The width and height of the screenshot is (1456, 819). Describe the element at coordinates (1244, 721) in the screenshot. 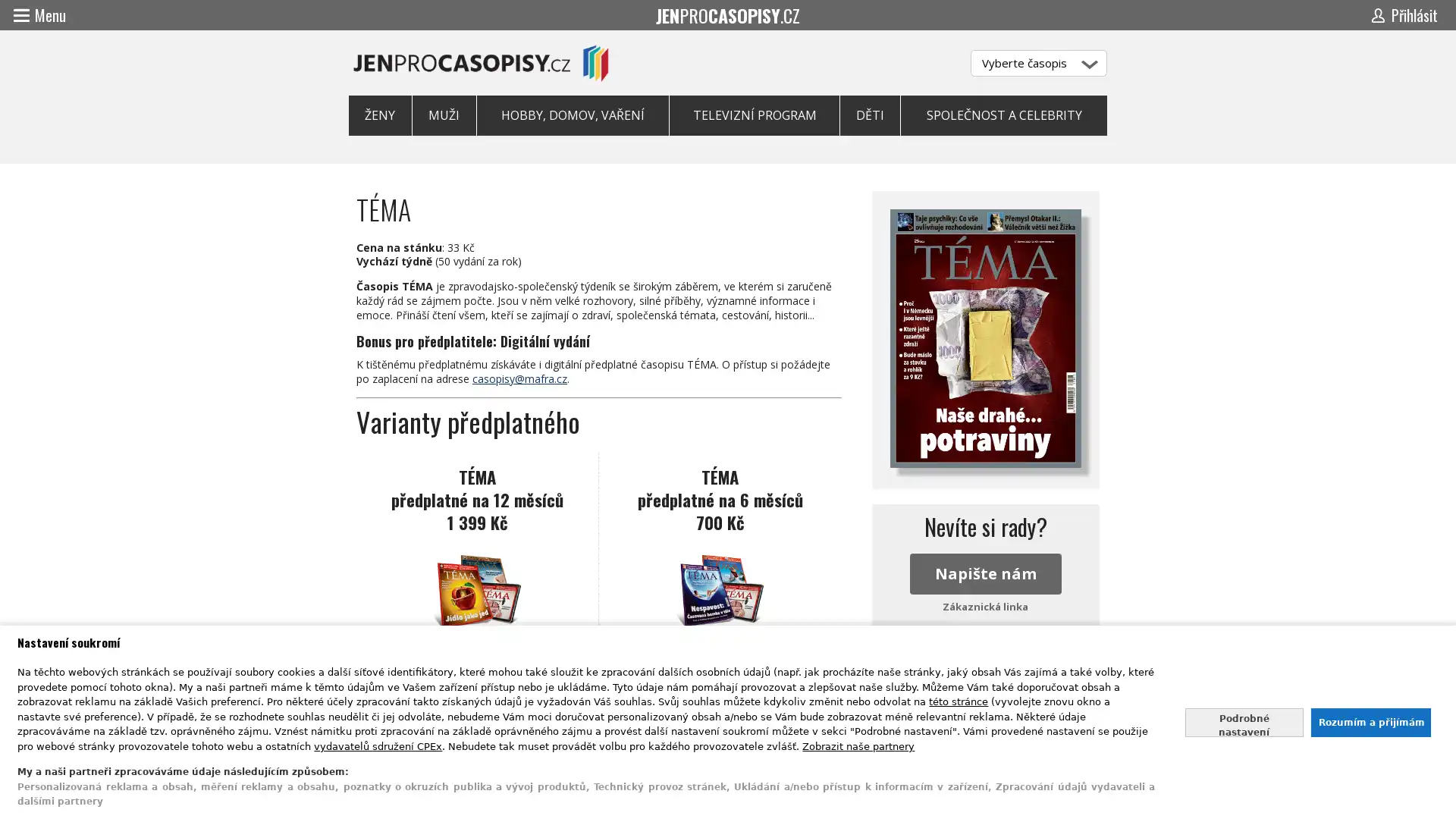

I see `Nastavte sve souhlasy` at that location.